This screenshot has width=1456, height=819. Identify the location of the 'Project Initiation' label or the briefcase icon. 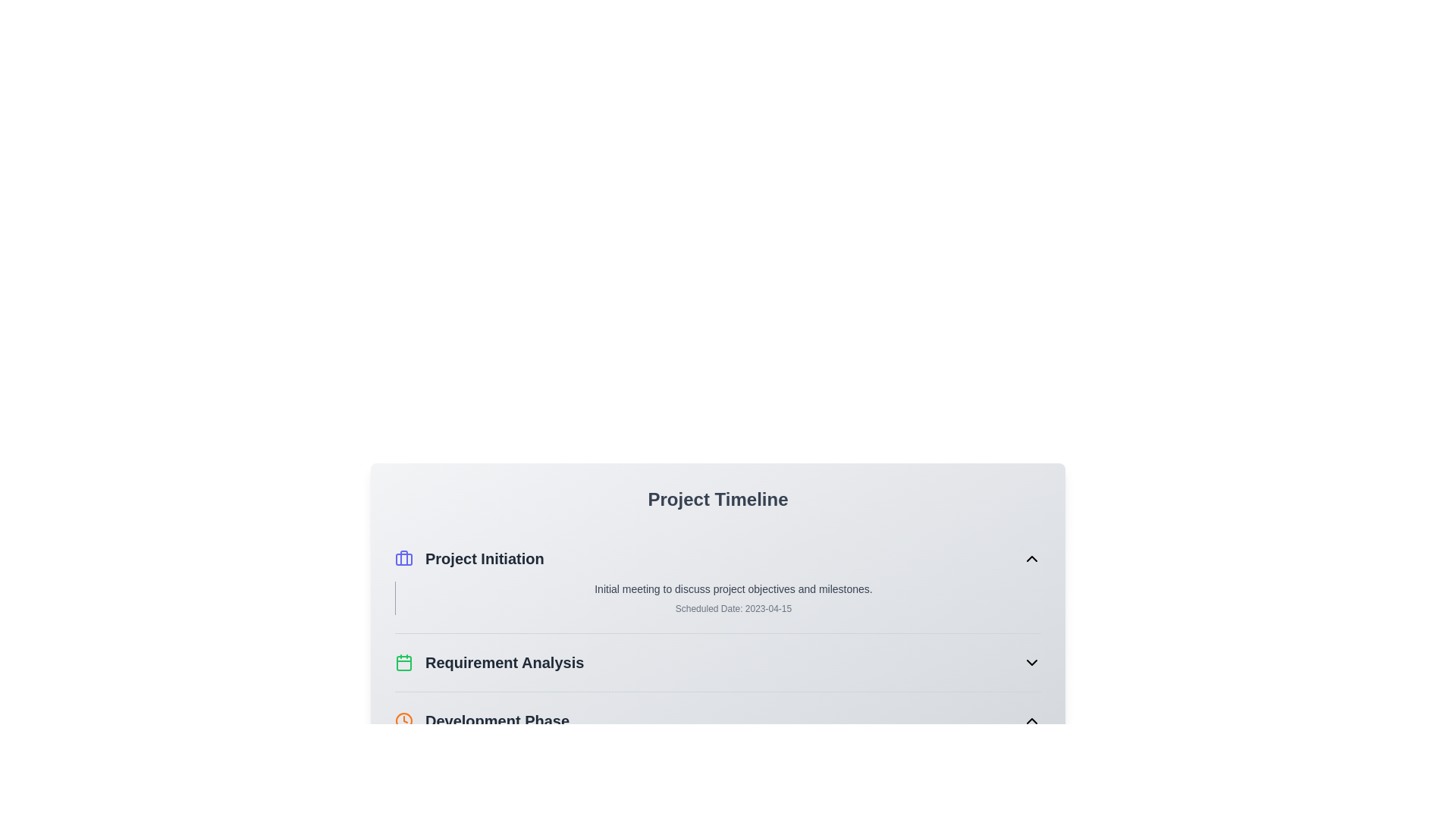
(469, 558).